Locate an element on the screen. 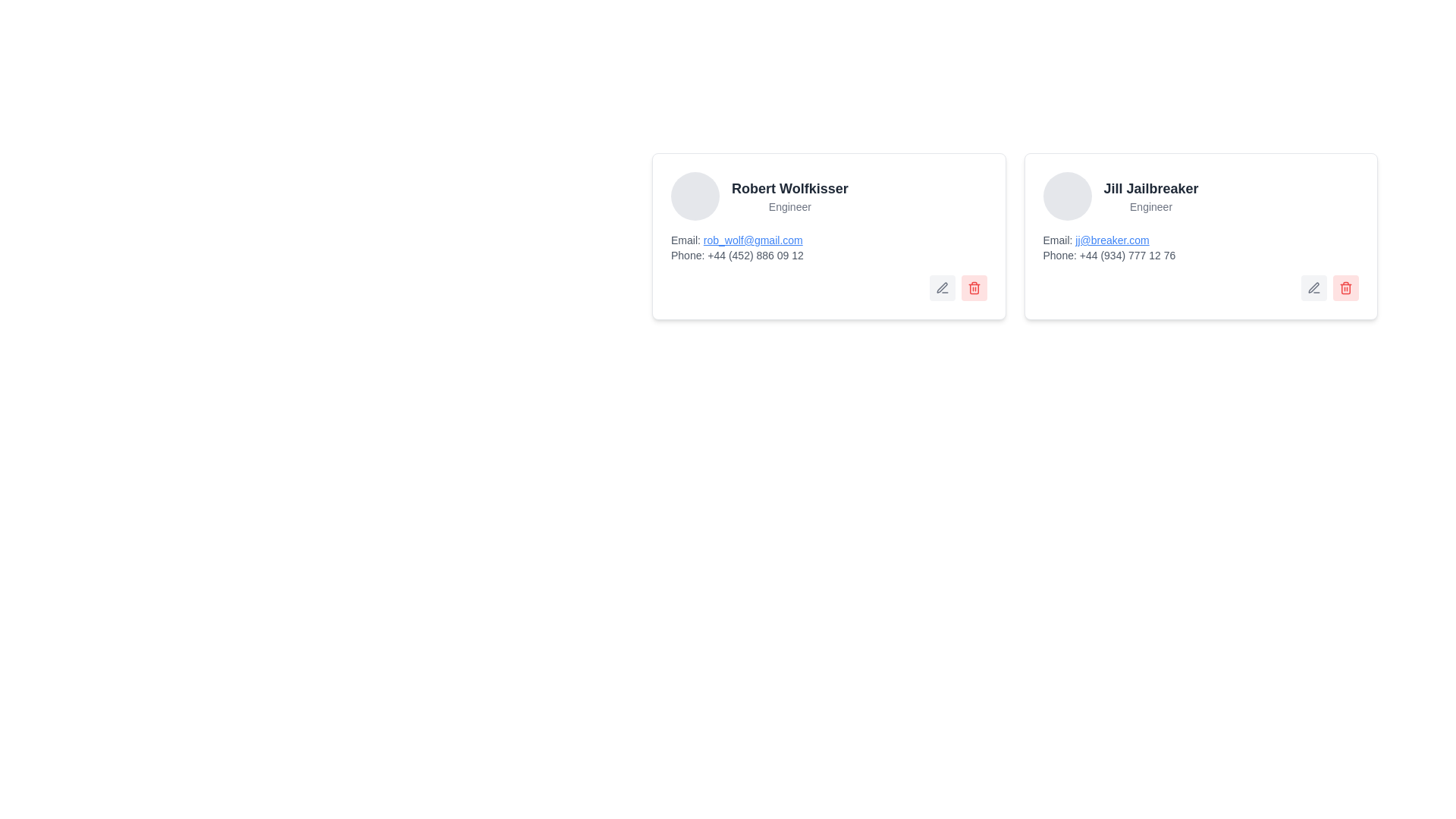 This screenshot has height=819, width=1456. the pen/edit icon within the button located in the first card from the right at the bottom-right corner is located at coordinates (941, 288).